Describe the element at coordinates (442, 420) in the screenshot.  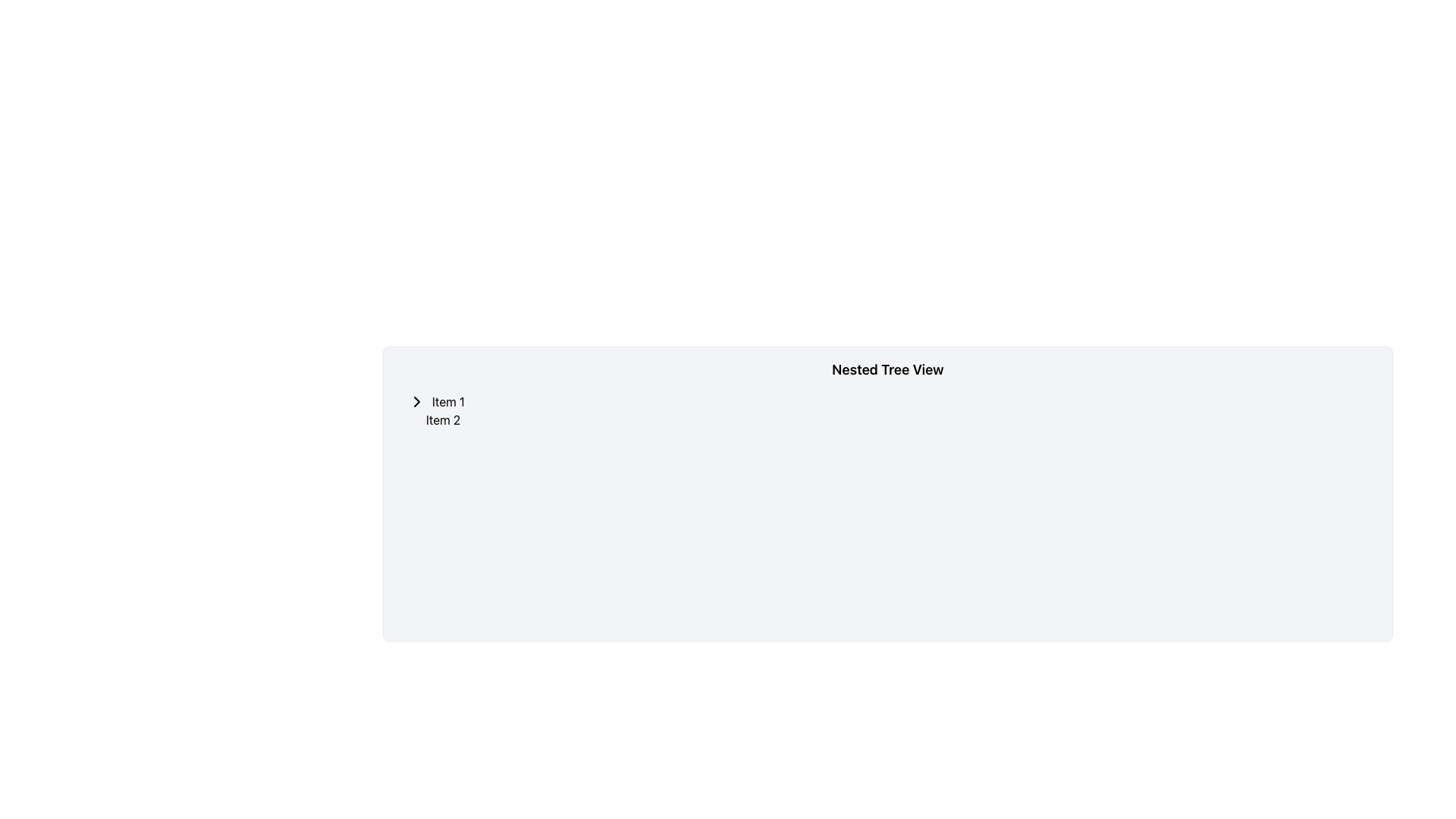
I see `the non-interactive text label located beneath 'Item 1' in the hierarchical tree view` at that location.